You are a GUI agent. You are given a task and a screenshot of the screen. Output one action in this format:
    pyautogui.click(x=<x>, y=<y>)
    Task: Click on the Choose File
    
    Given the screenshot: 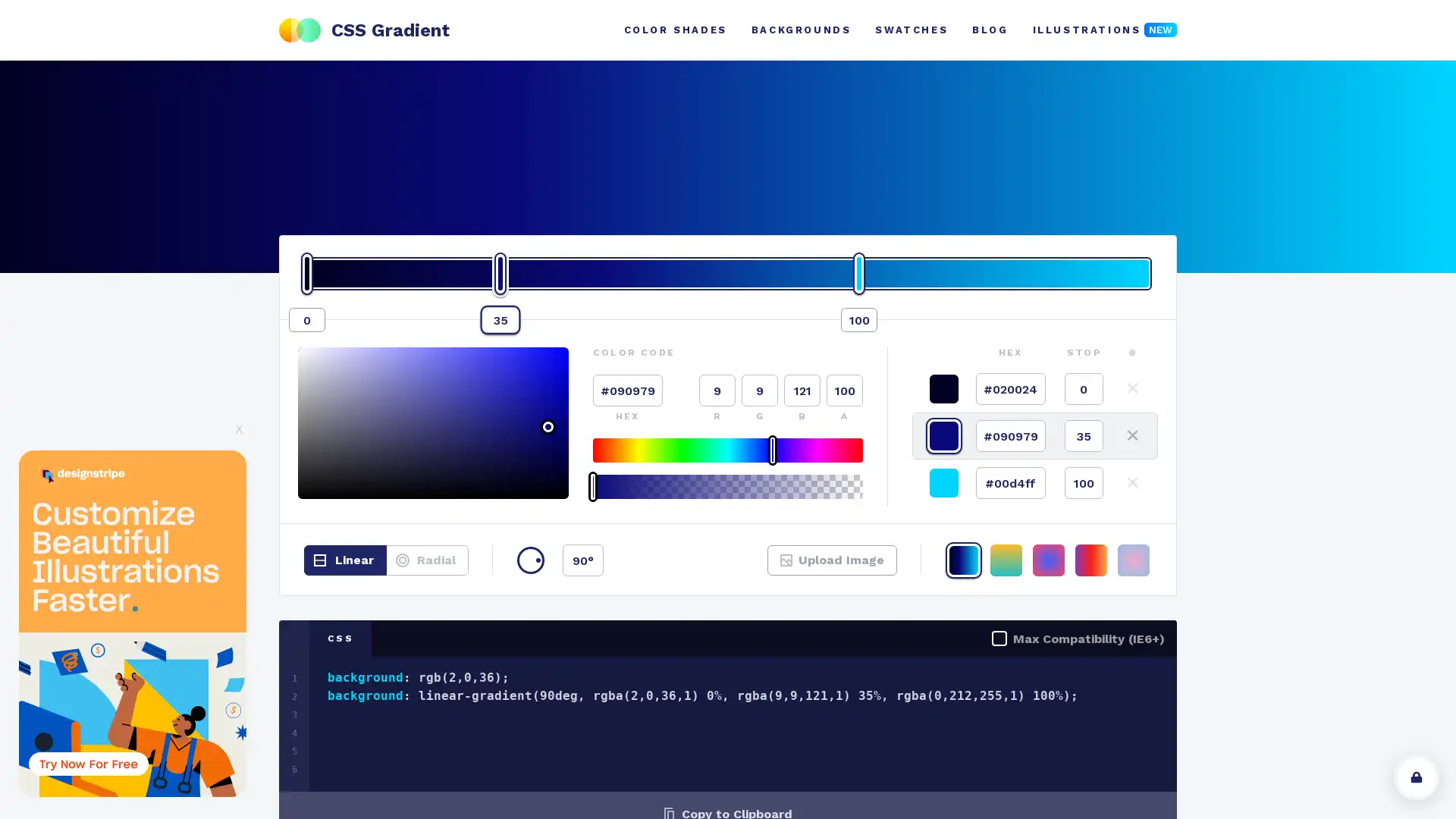 What is the action you would take?
    pyautogui.click(x=807, y=569)
    